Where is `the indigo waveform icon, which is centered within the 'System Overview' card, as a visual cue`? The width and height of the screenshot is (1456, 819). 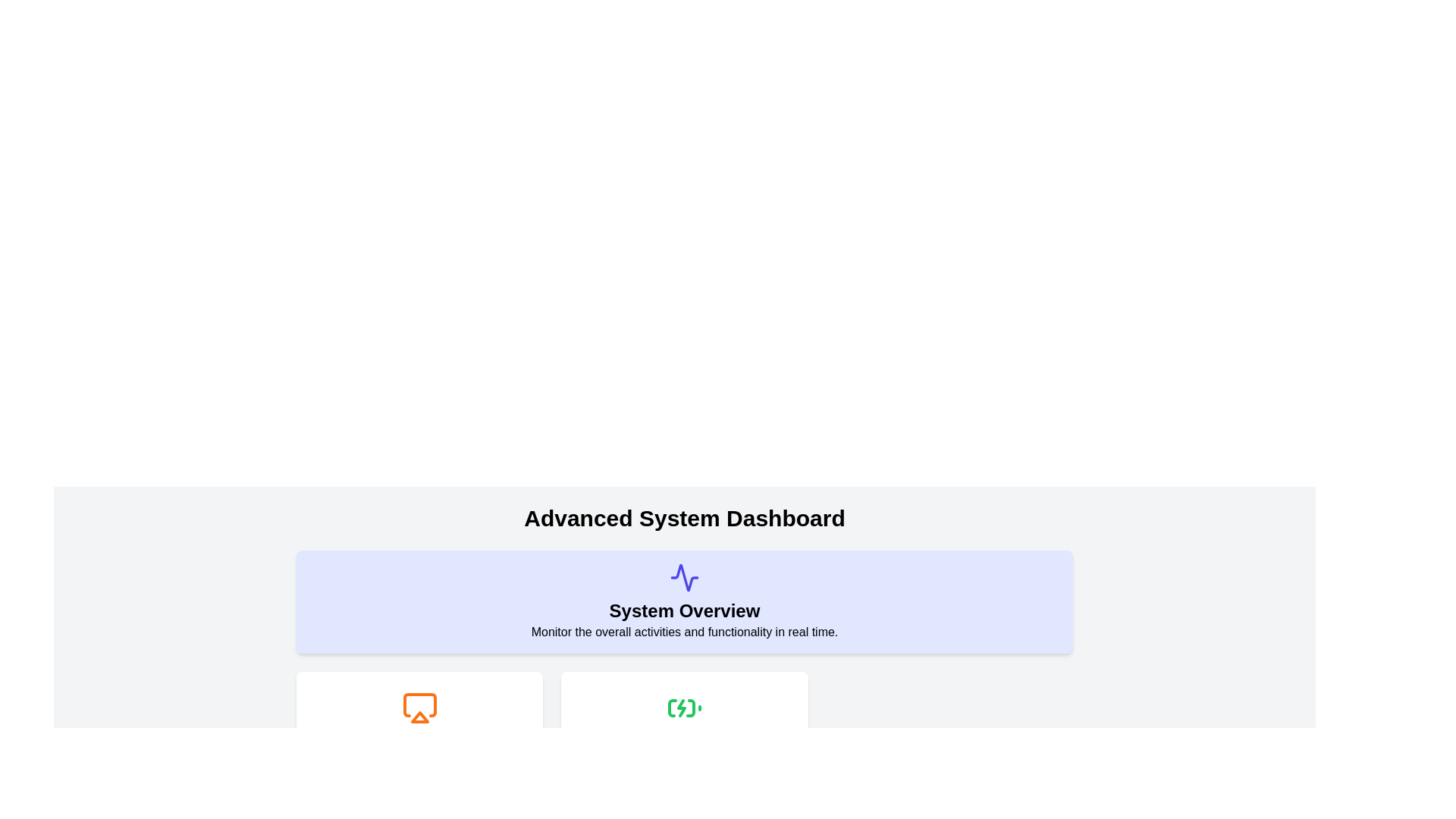
the indigo waveform icon, which is centered within the 'System Overview' card, as a visual cue is located at coordinates (683, 578).